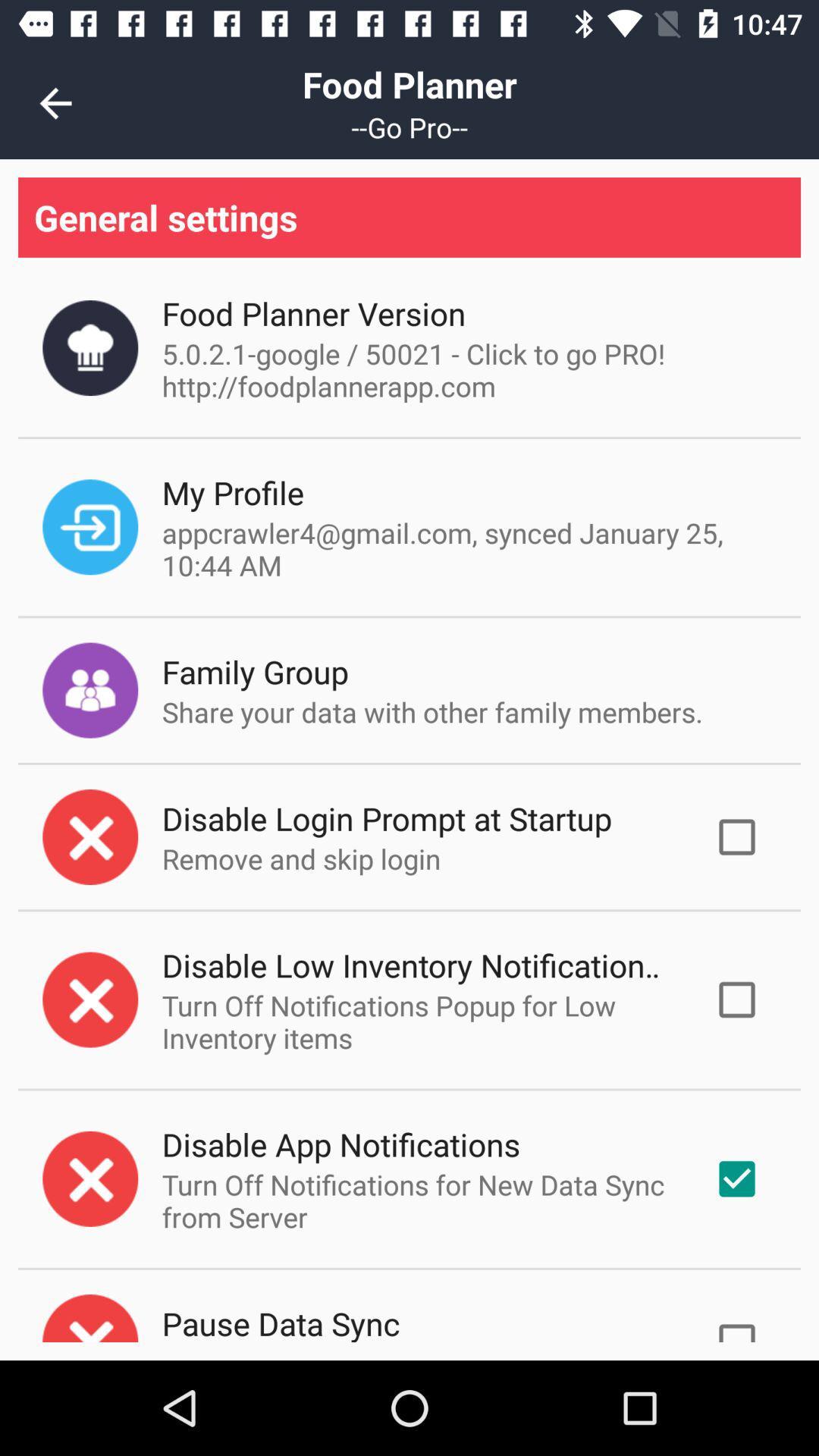  What do you see at coordinates (464, 548) in the screenshot?
I see `item below my profile` at bounding box center [464, 548].